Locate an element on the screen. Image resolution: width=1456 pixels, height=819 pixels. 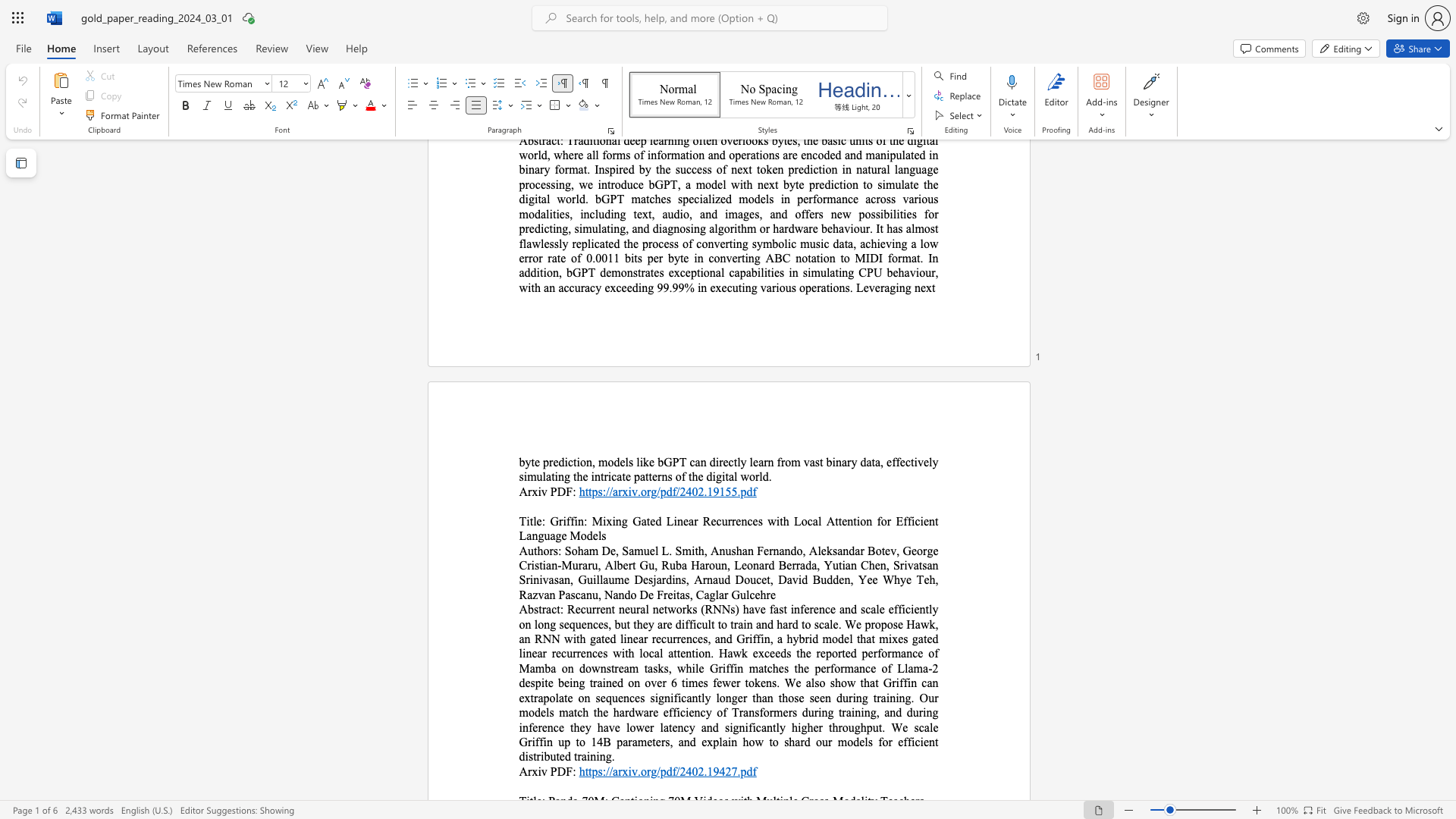
the subset text ".pd" within the text "https://arxiv.org/pdf/2402.19427.pdf" is located at coordinates (737, 771).